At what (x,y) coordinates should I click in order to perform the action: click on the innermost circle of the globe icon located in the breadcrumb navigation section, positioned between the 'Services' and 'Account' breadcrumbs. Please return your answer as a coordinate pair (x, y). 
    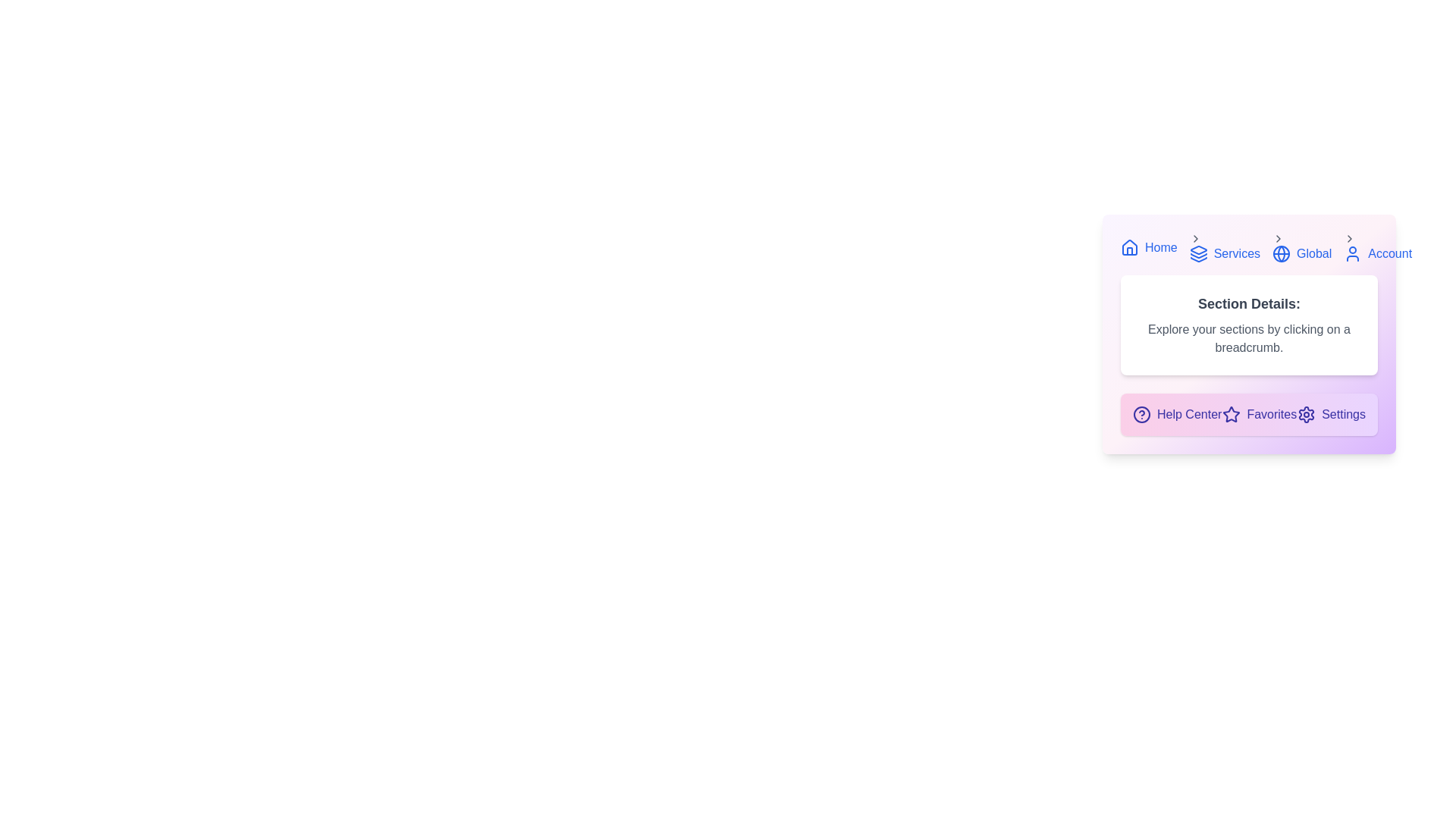
    Looking at the image, I should click on (1280, 253).